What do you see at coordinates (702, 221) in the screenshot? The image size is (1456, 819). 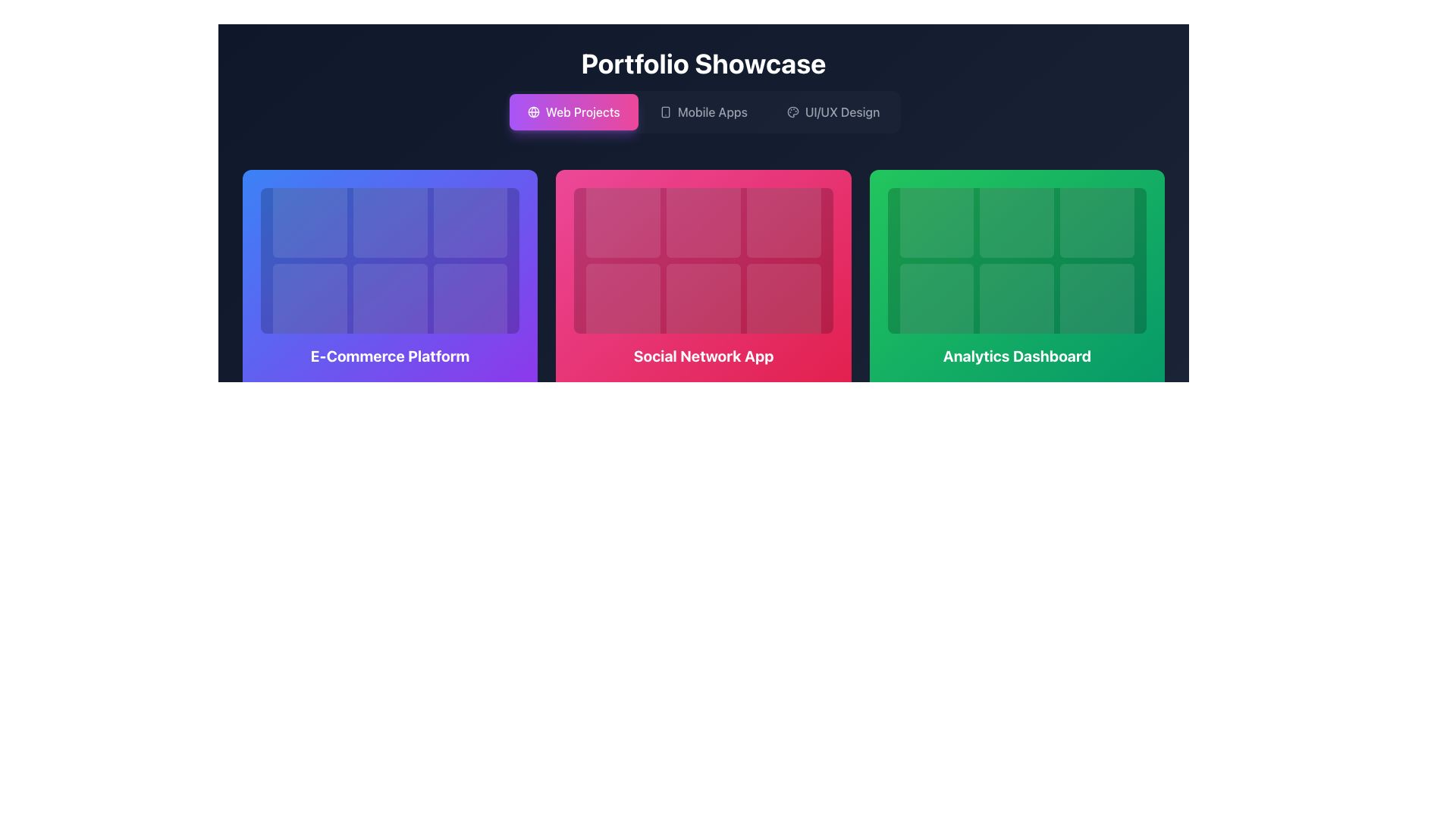 I see `the Tile element located in the first row and second column of the 3x2 grid within the 'Social Network App' card` at bounding box center [702, 221].